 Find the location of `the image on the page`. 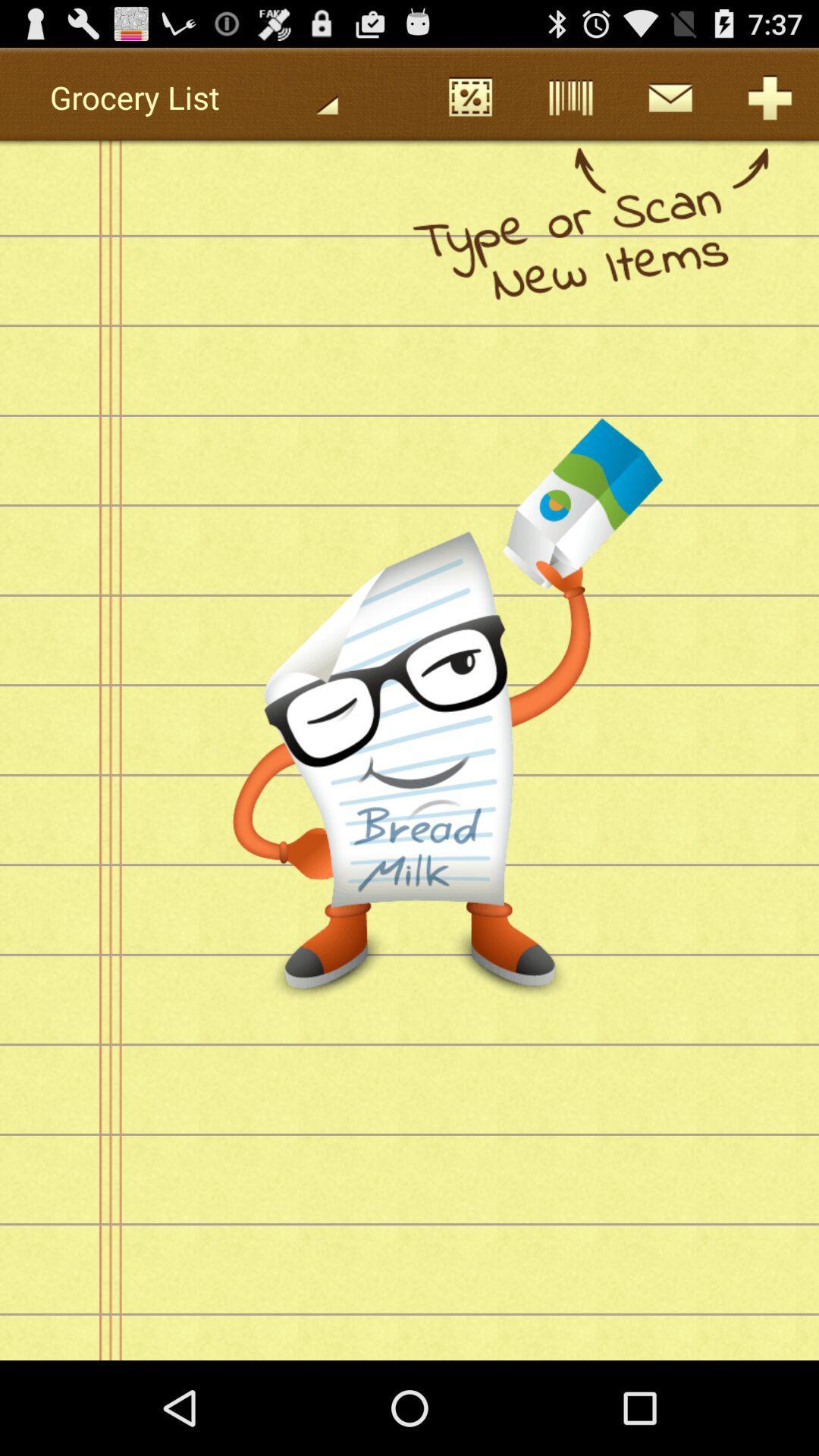

the image on the page is located at coordinates (500, 574).